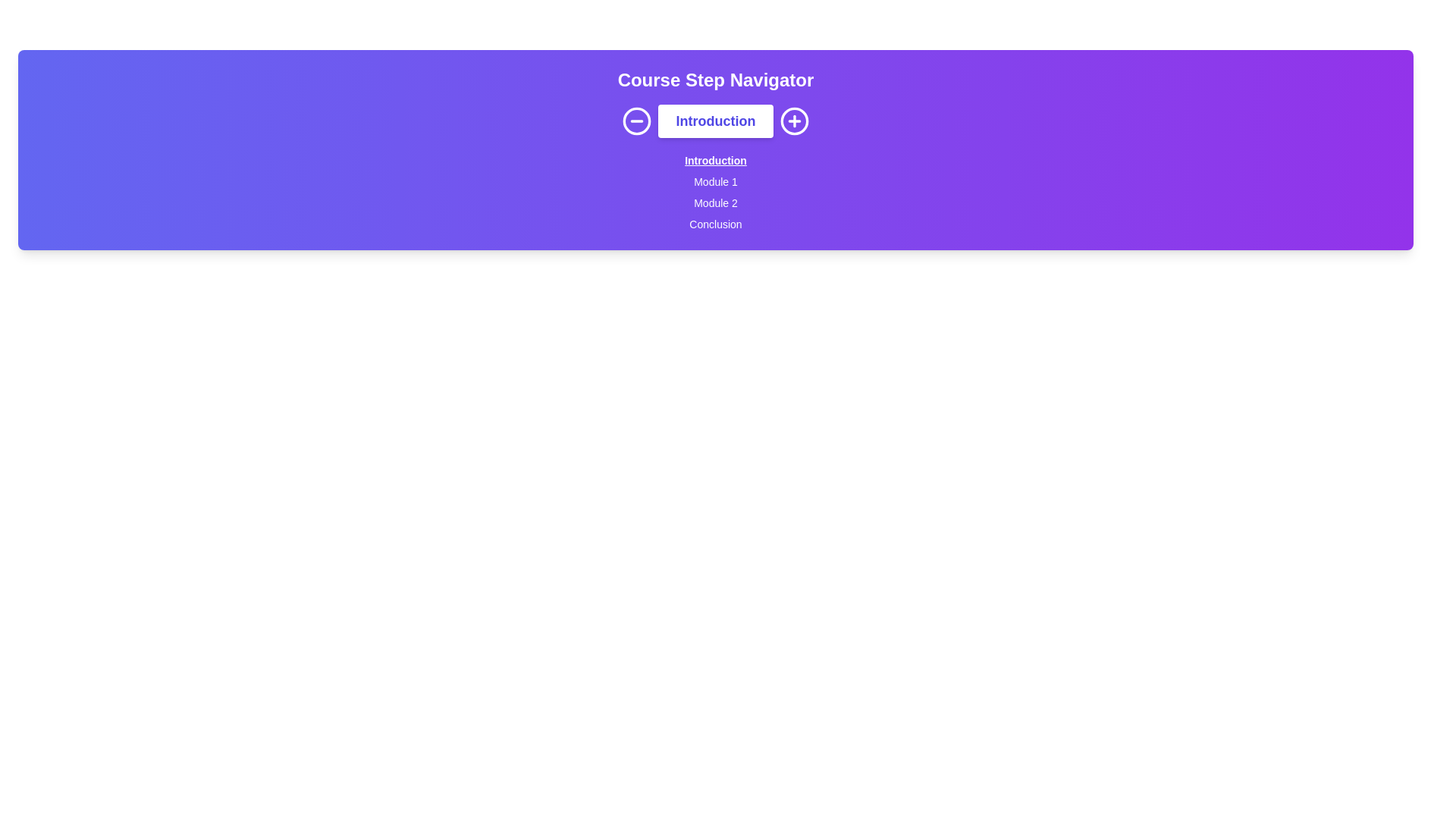  Describe the element at coordinates (636, 120) in the screenshot. I see `the circular button in the top navigation bar` at that location.